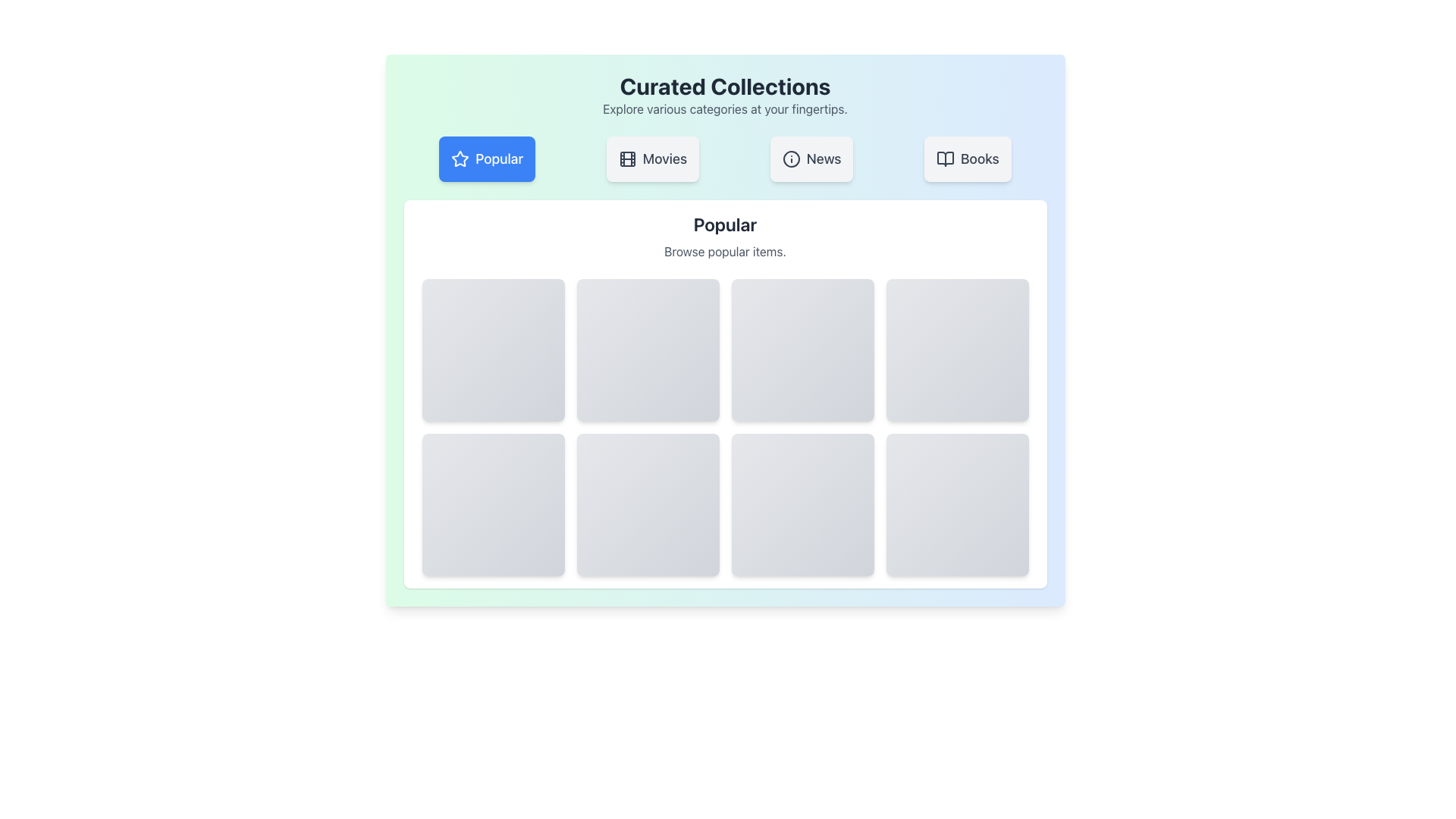 The width and height of the screenshot is (1456, 819). I want to click on the navigation button for books located at the top-right corner of the 'Curated Collections' section, so click(967, 158).